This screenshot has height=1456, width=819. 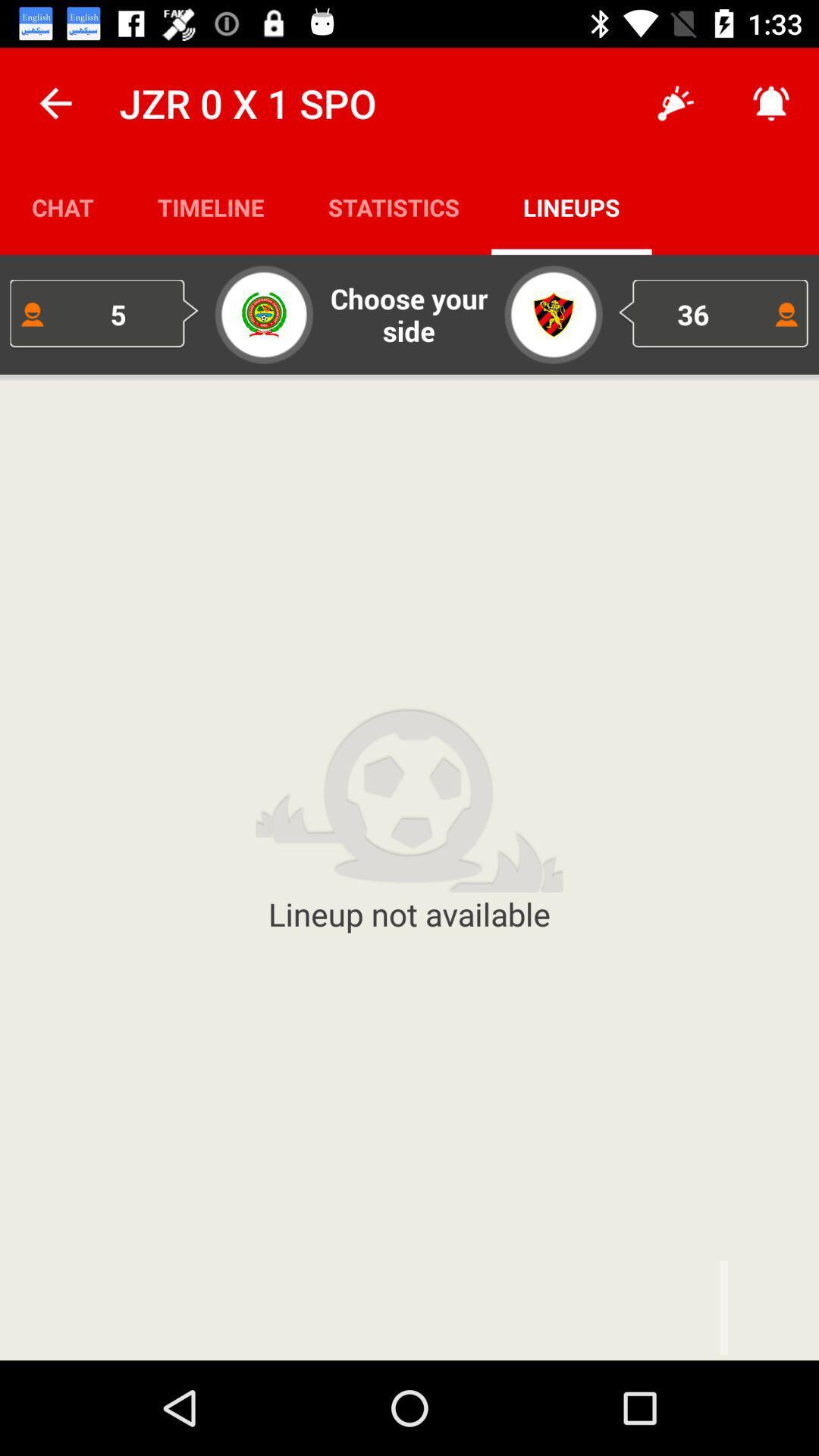 What do you see at coordinates (675, 102) in the screenshot?
I see `the app to the right of statistics app` at bounding box center [675, 102].